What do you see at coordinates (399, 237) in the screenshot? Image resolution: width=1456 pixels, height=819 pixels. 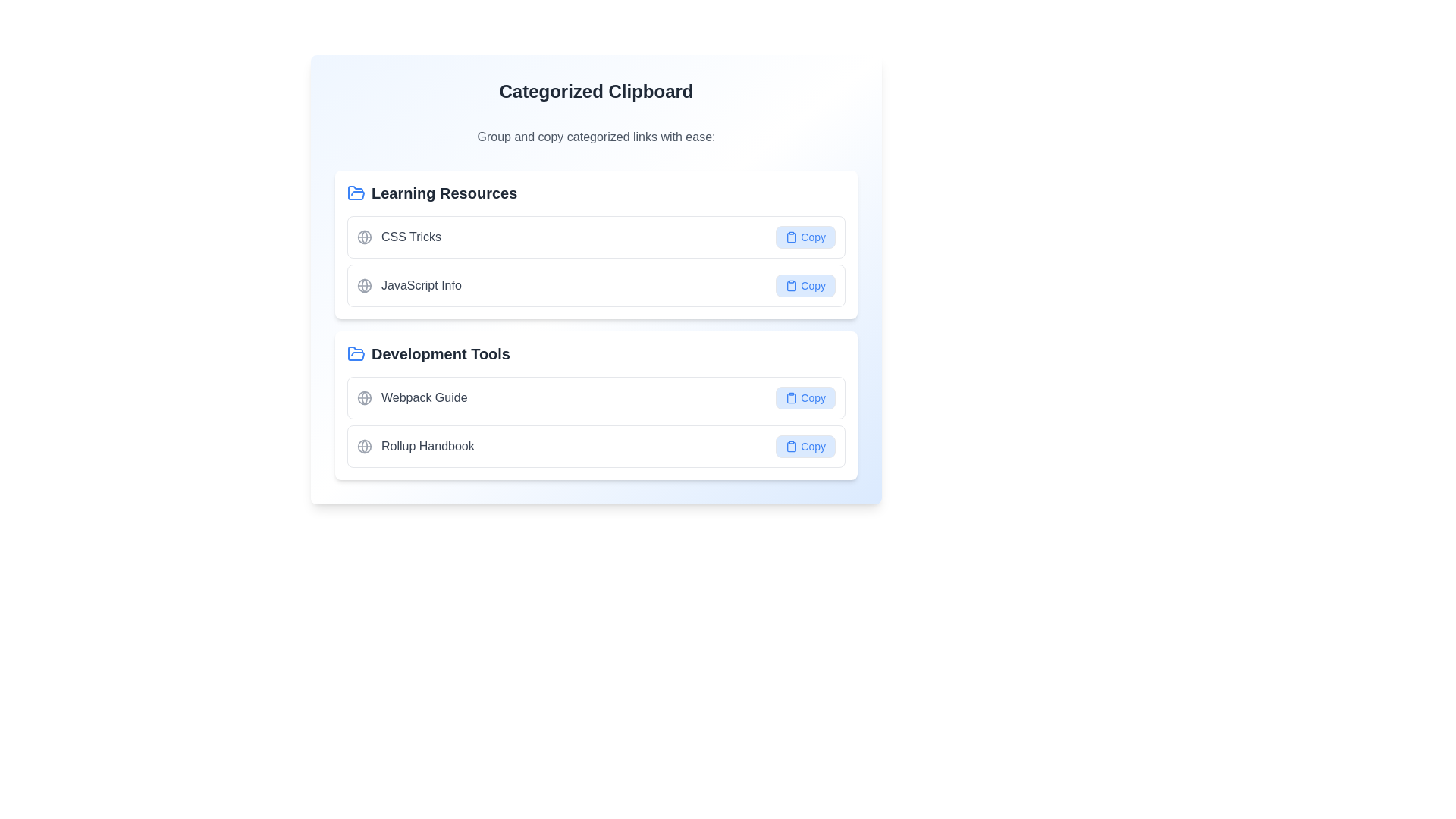 I see `the 'CSS Tricks' link` at bounding box center [399, 237].